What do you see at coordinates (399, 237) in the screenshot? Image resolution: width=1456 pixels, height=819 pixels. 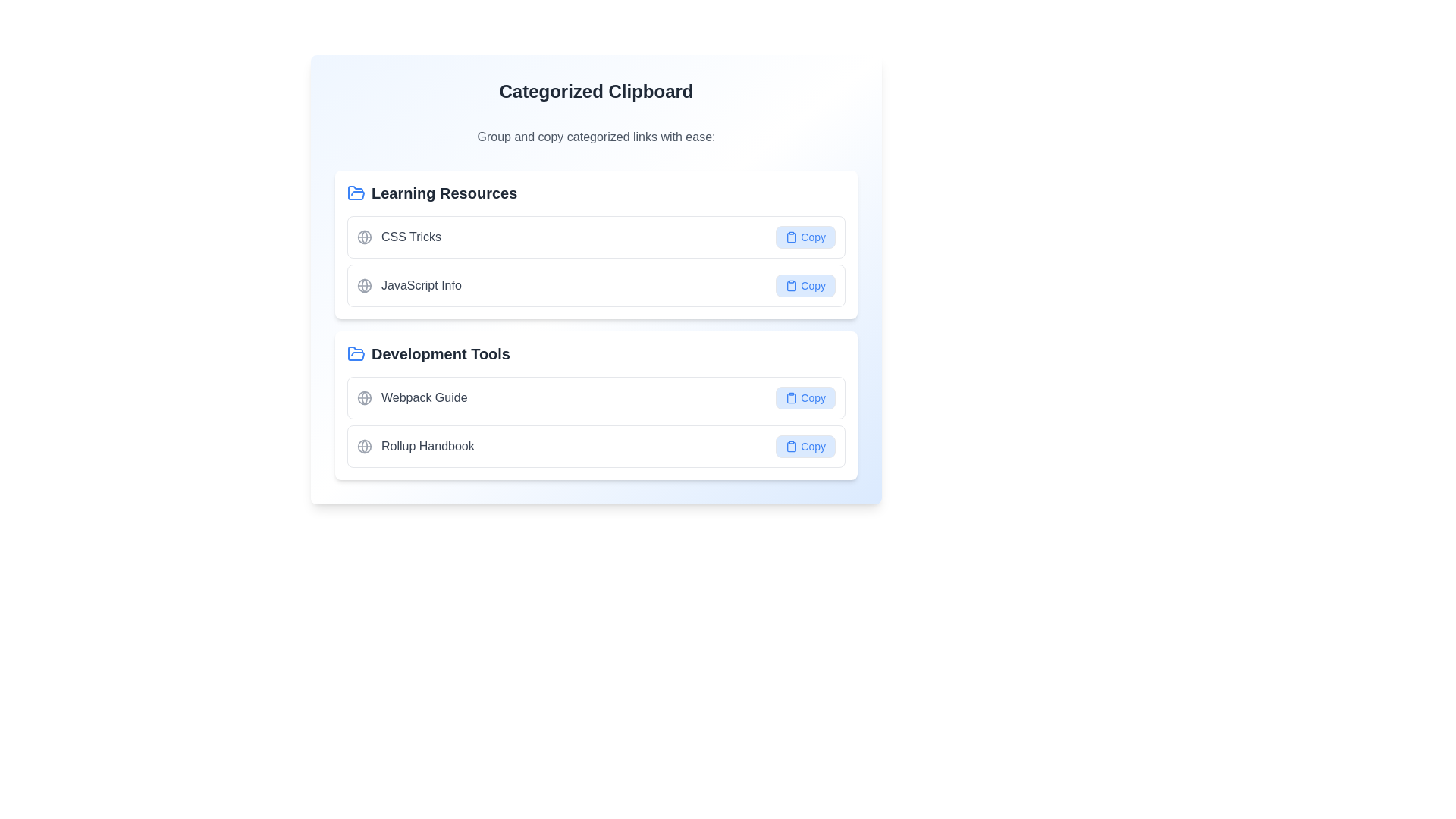 I see `the 'CSS Tricks' link` at bounding box center [399, 237].